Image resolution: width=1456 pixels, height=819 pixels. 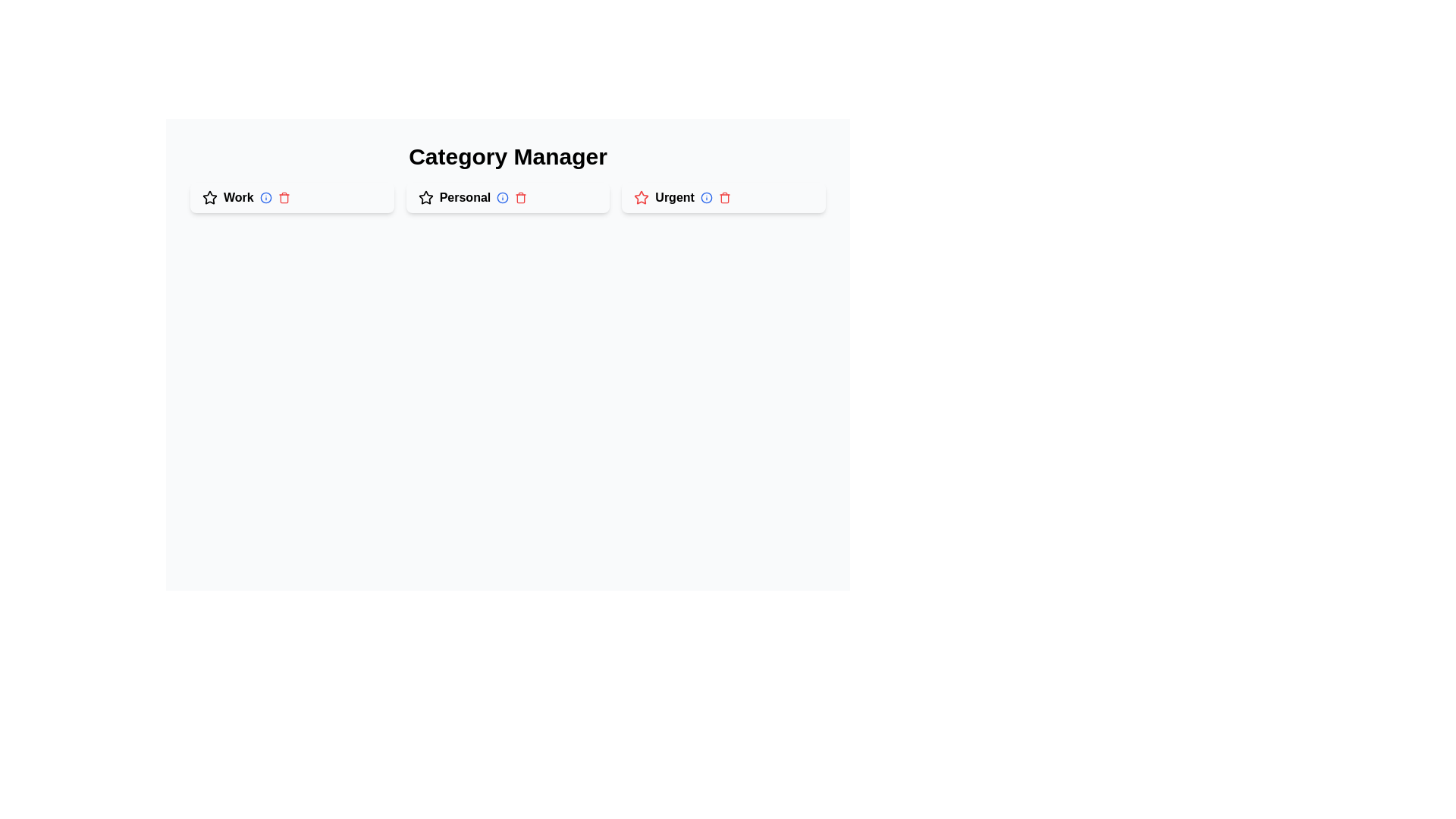 I want to click on the info button for the category Work, so click(x=265, y=197).